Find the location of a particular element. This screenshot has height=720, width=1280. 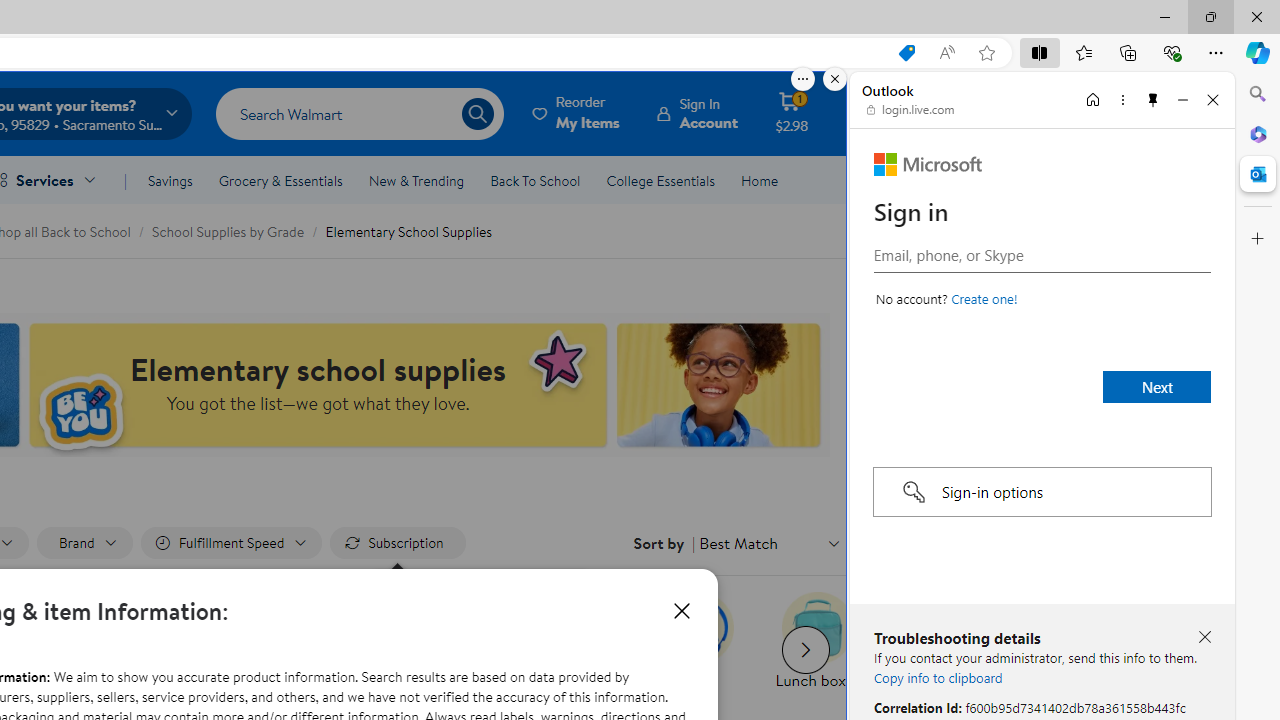

'Create a Microsoft account' is located at coordinates (984, 298).